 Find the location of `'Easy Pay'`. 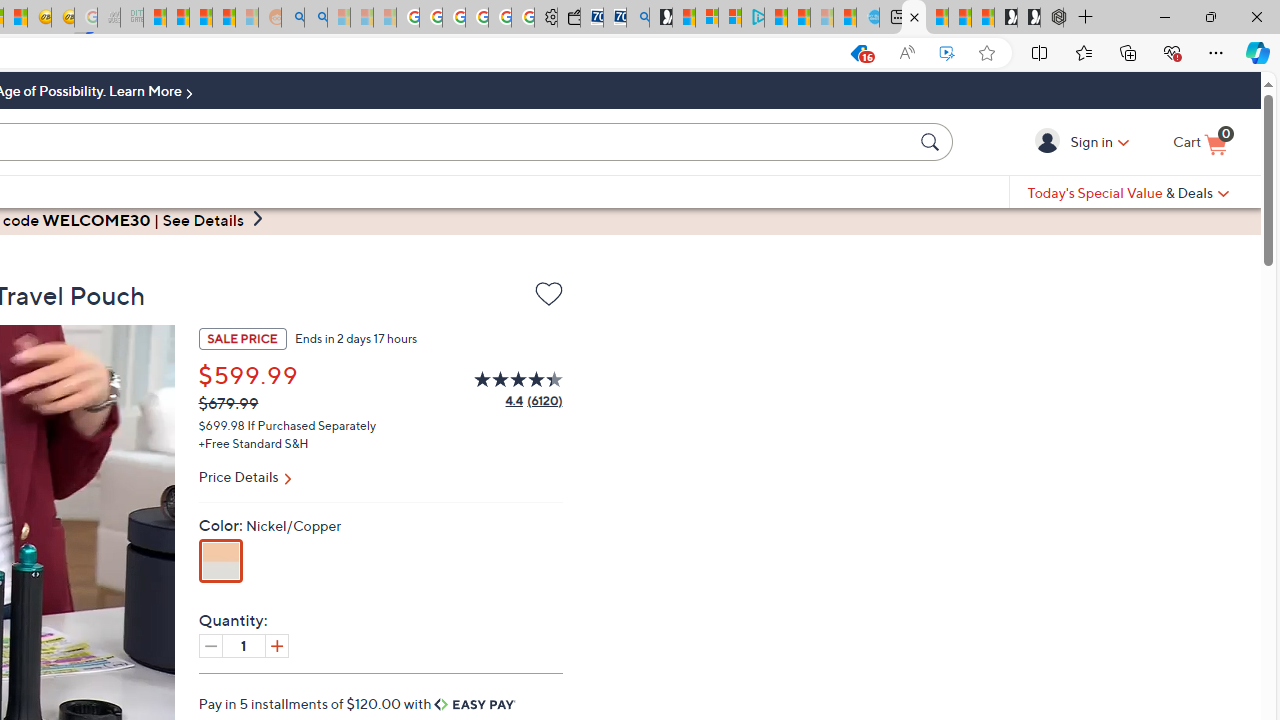

'Easy Pay' is located at coordinates (474, 703).